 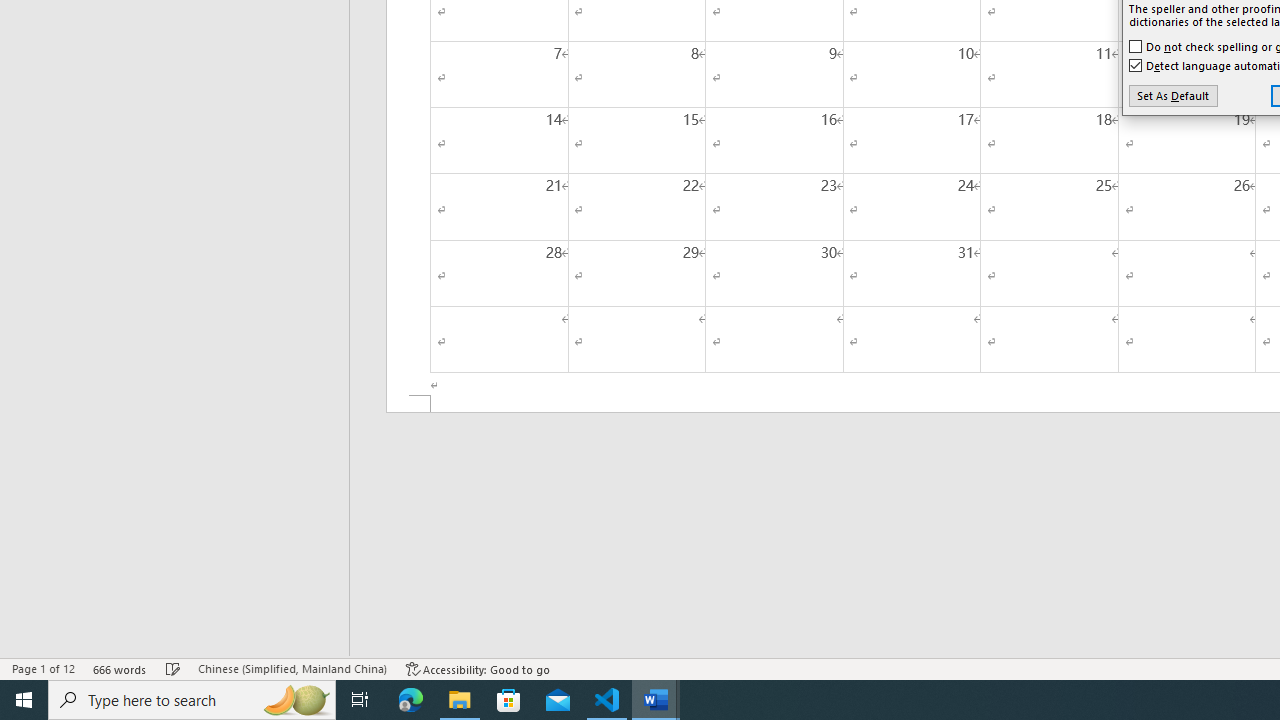 What do you see at coordinates (606, 698) in the screenshot?
I see `'Visual Studio Code - 1 running window'` at bounding box center [606, 698].